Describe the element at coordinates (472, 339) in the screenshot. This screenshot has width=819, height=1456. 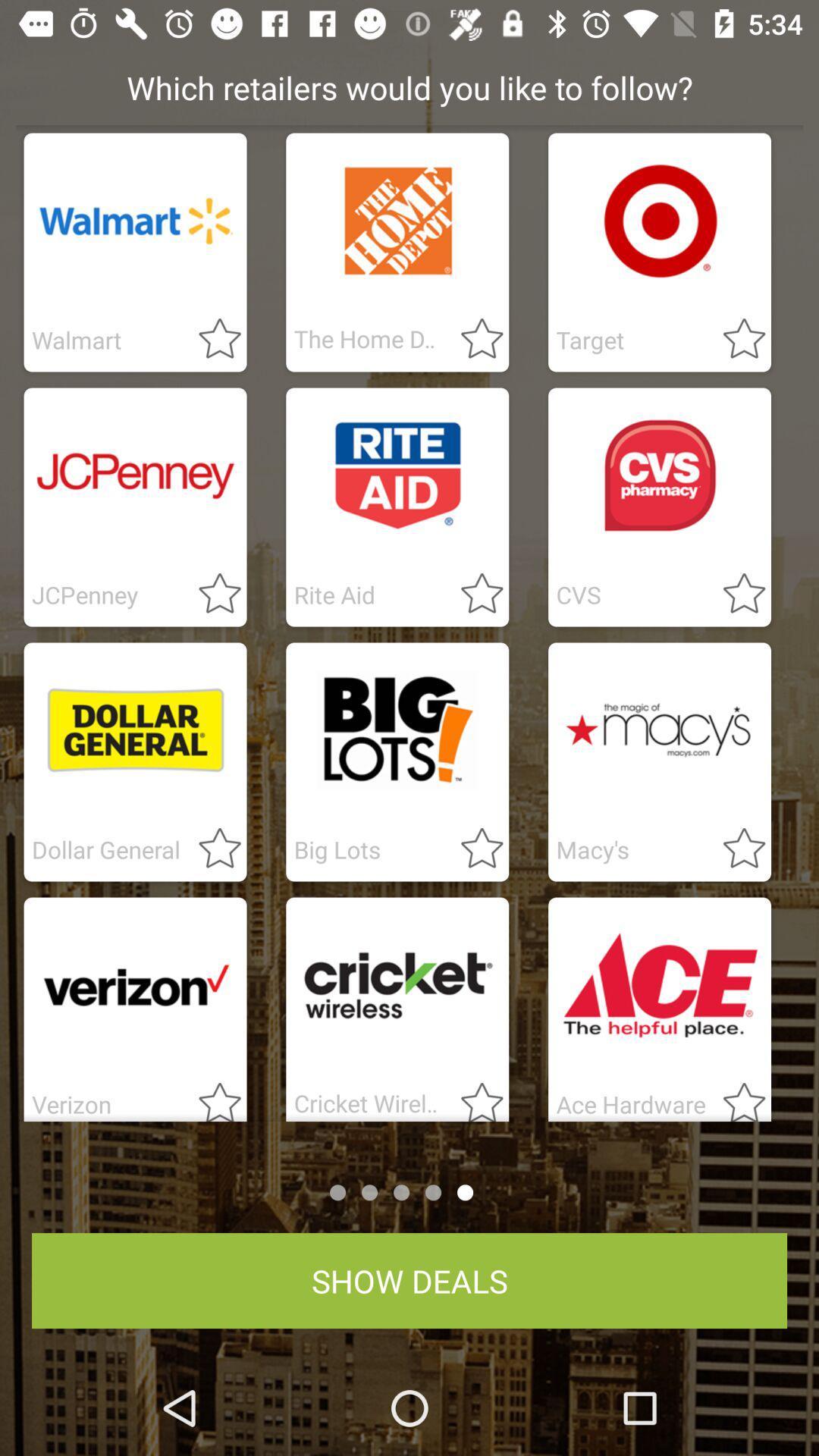
I see `like visual` at that location.